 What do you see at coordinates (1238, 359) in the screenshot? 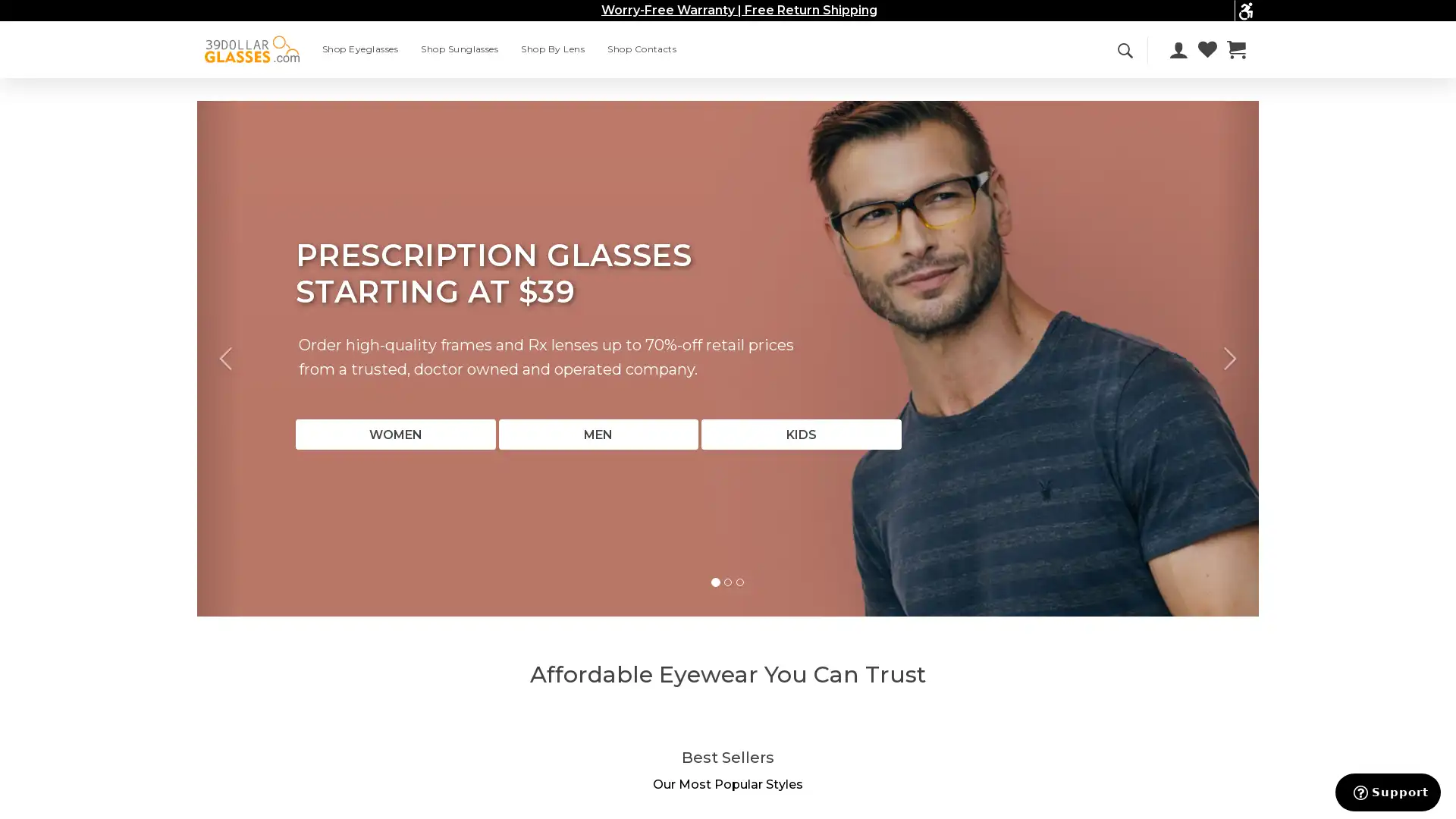
I see `Next` at bounding box center [1238, 359].